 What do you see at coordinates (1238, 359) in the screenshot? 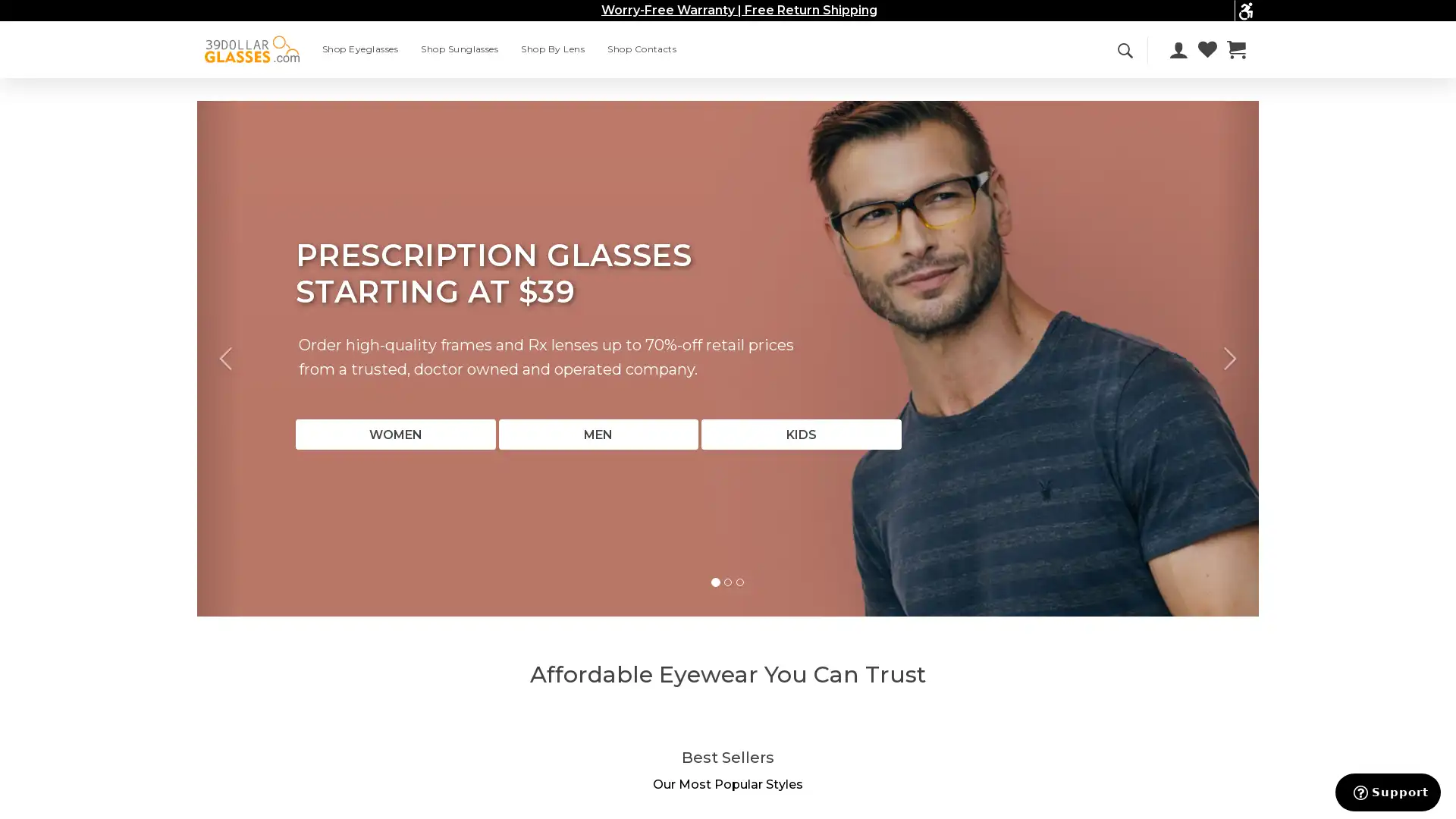
I see `Next` at bounding box center [1238, 359].